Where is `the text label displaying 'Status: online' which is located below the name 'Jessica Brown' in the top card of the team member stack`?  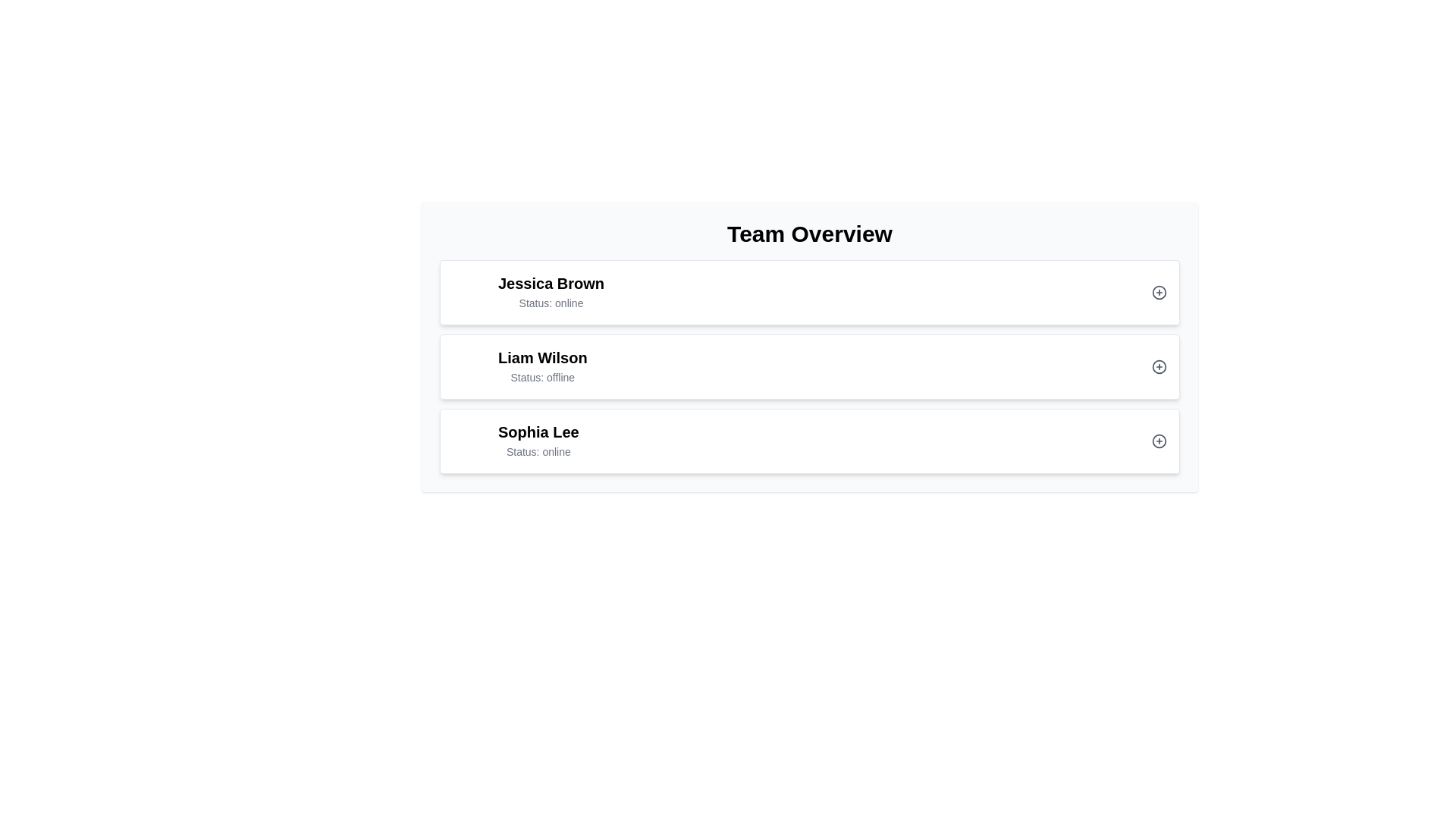
the text label displaying 'Status: online' which is located below the name 'Jessica Brown' in the top card of the team member stack is located at coordinates (551, 303).